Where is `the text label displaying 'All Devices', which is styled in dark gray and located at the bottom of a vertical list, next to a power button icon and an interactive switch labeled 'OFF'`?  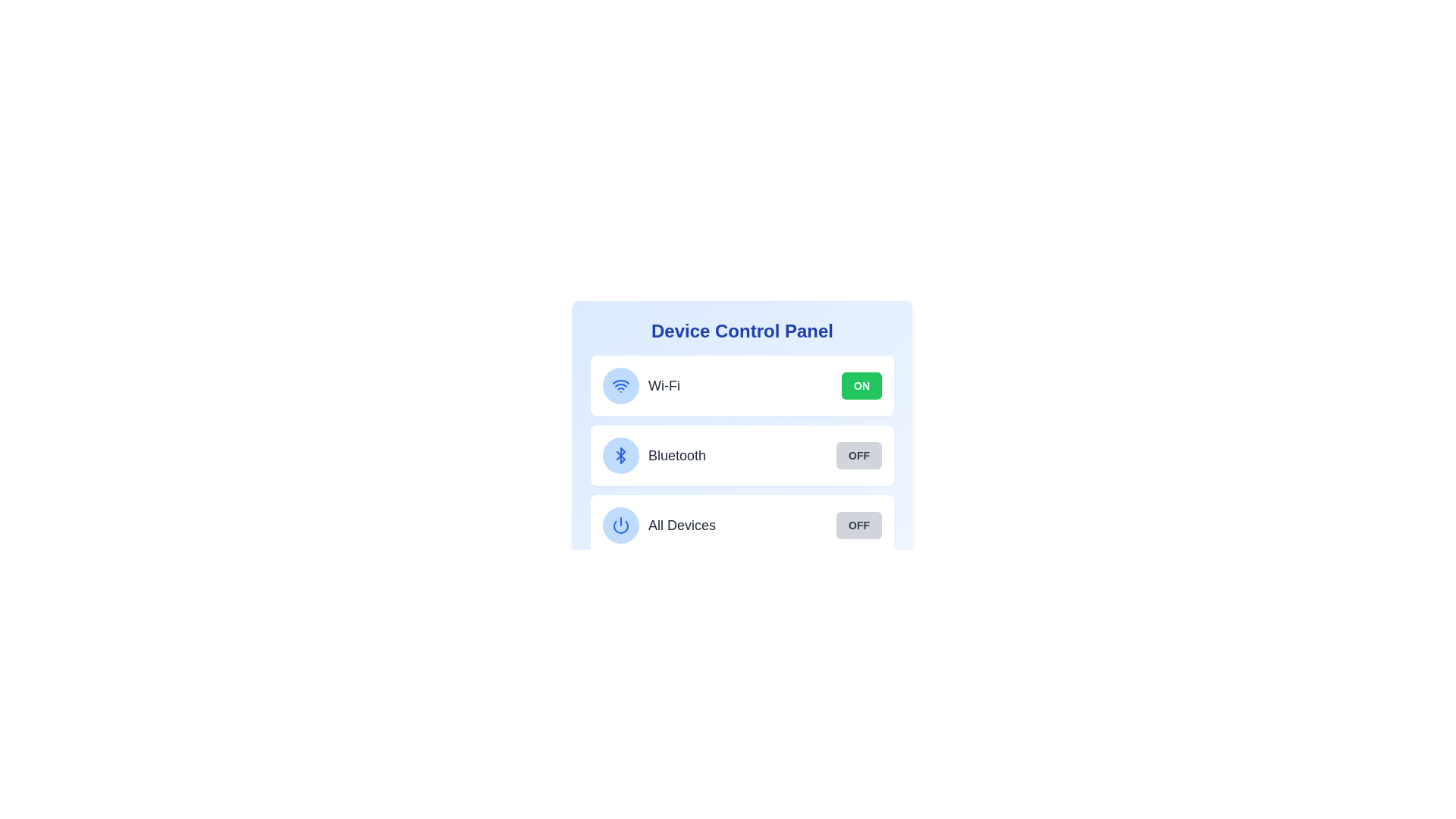 the text label displaying 'All Devices', which is styled in dark gray and located at the bottom of a vertical list, next to a power button icon and an interactive switch labeled 'OFF' is located at coordinates (681, 525).